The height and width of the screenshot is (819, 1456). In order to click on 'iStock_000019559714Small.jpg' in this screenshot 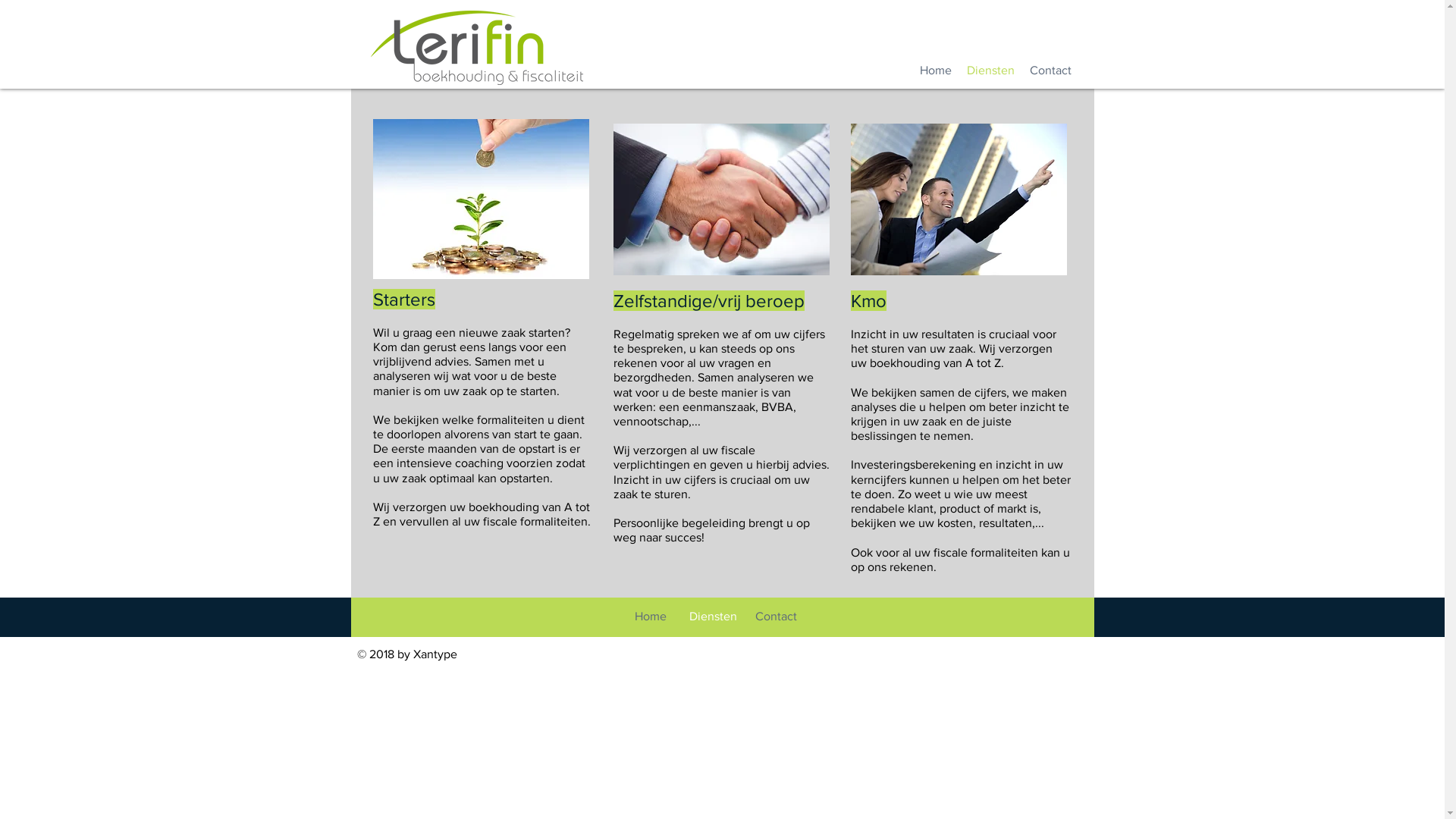, I will do `click(720, 198)`.